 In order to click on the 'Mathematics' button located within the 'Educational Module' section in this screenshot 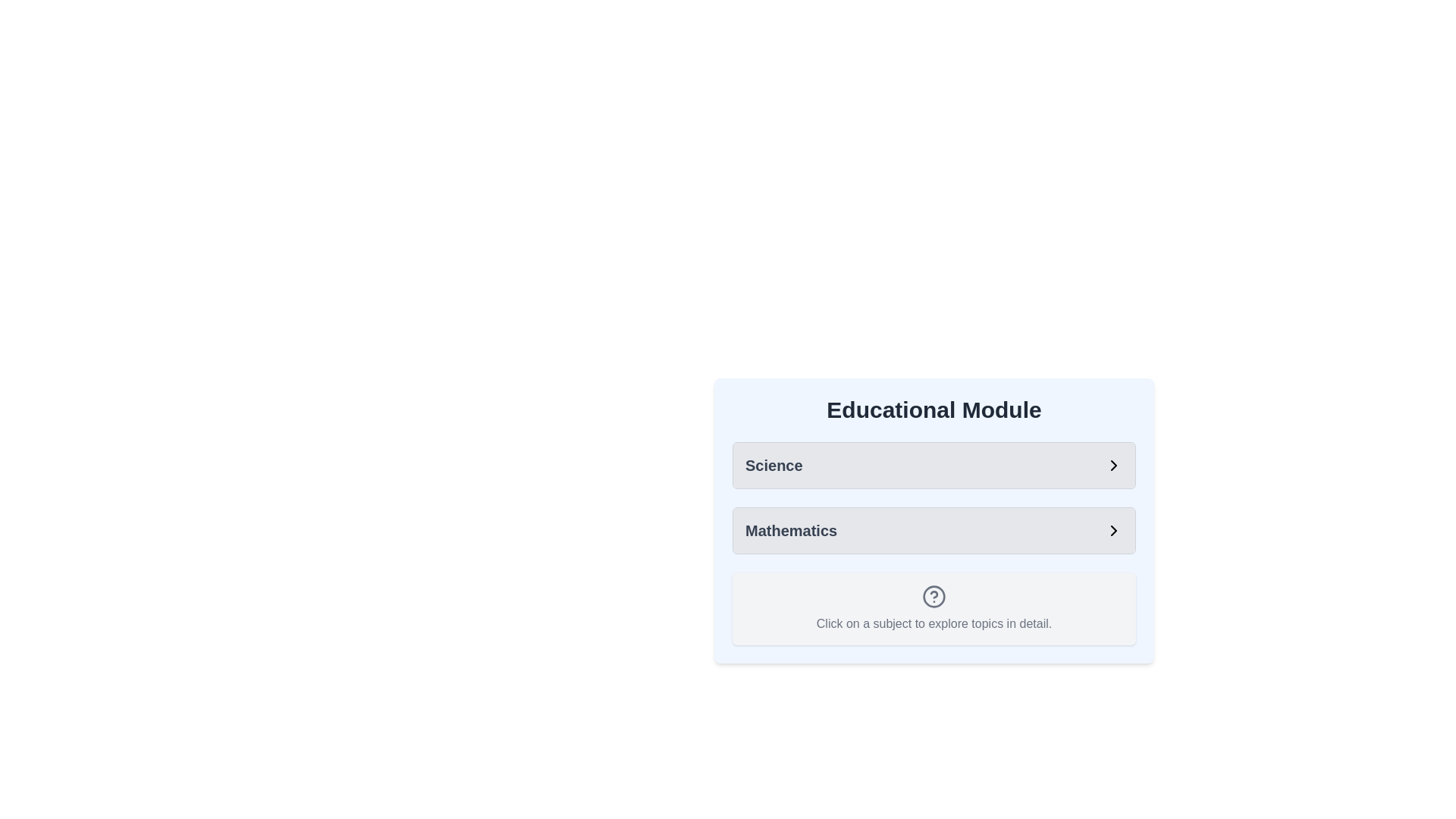, I will do `click(934, 519)`.